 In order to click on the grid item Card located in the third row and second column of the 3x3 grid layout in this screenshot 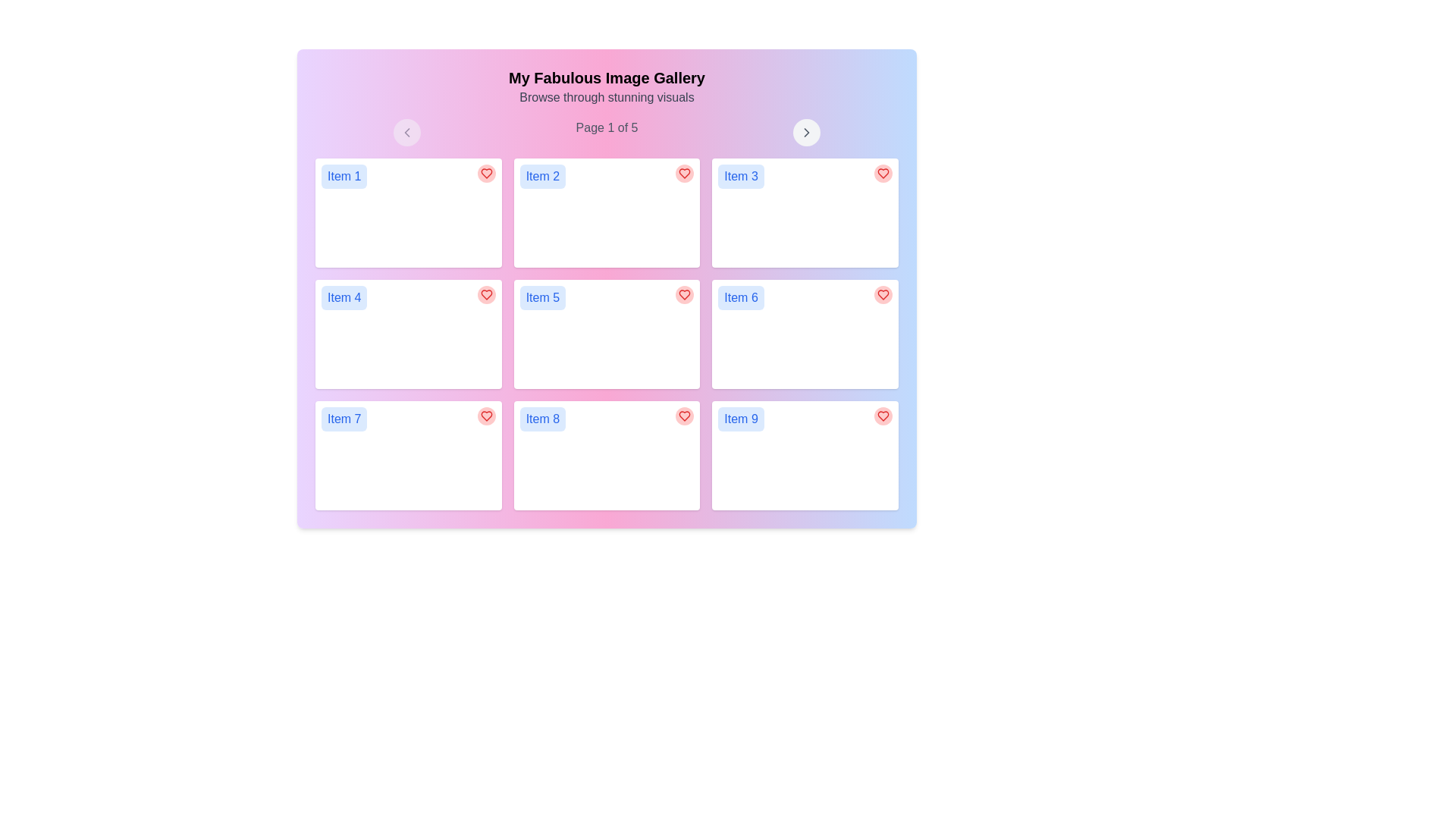, I will do `click(607, 455)`.